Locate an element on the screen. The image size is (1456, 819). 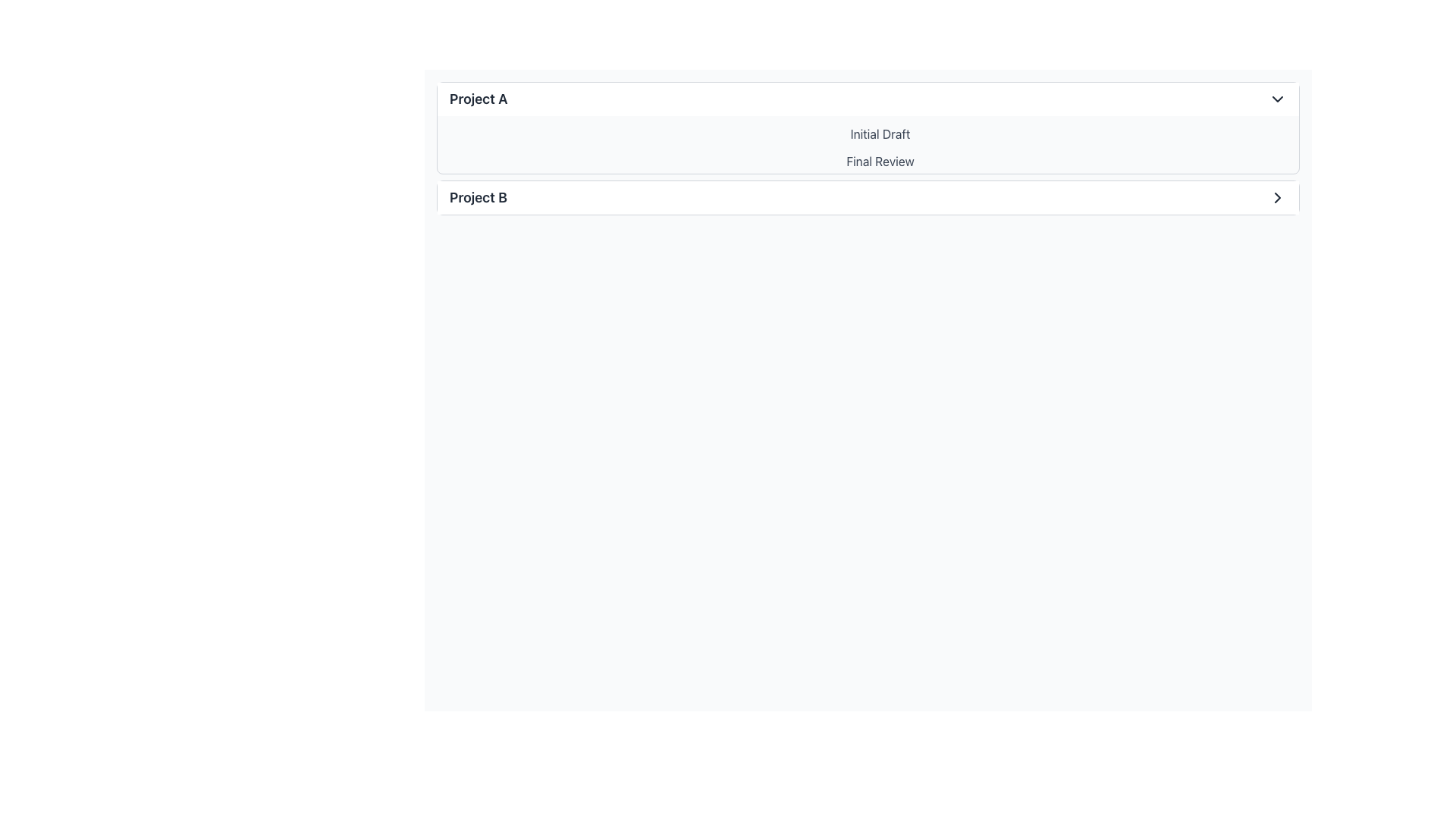
the second interactive list item labeled 'Project B', which features a bold title on the left and a rightward chevron arrow on the far right is located at coordinates (868, 197).